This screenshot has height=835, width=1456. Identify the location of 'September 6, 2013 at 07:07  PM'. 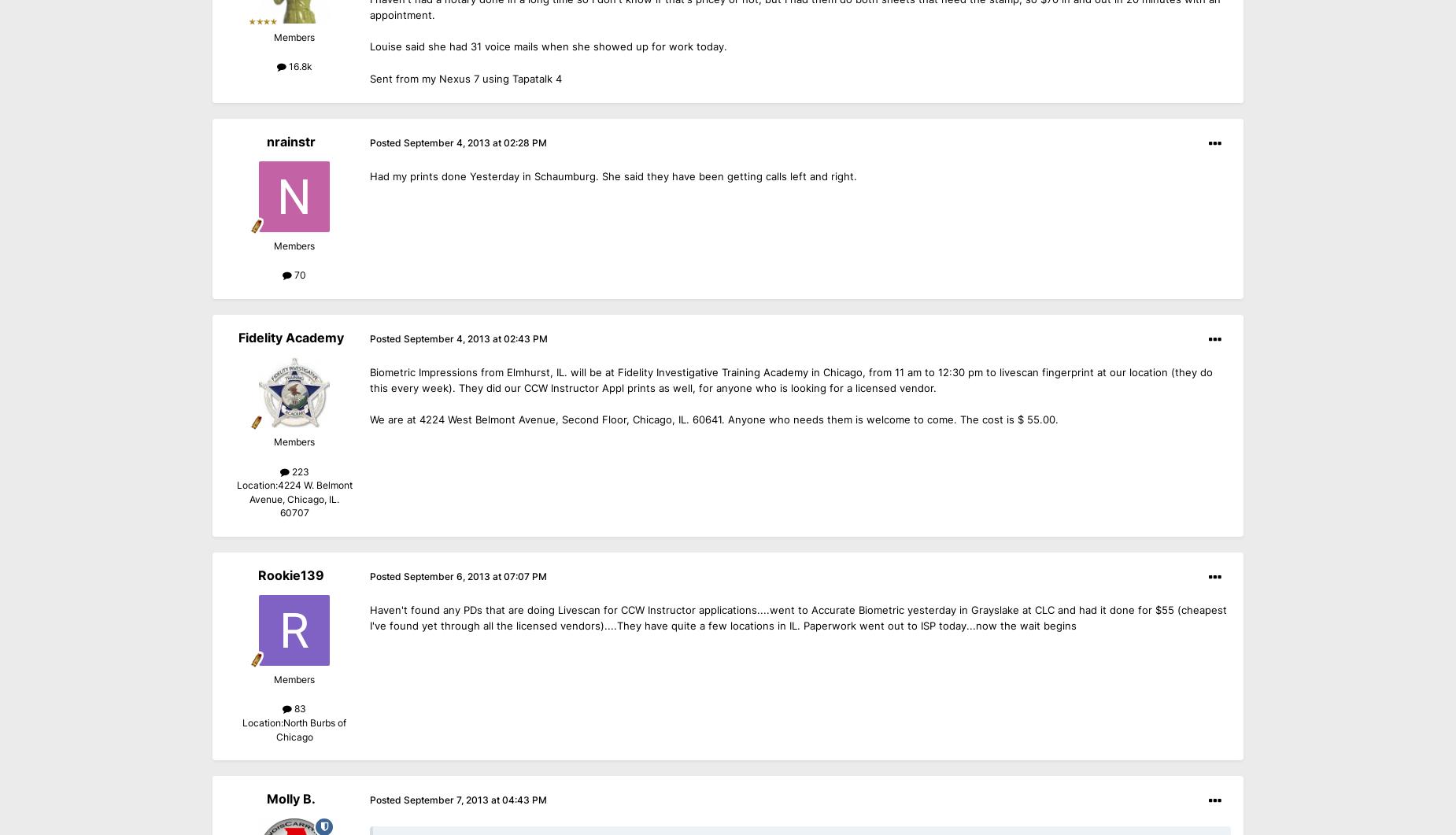
(475, 575).